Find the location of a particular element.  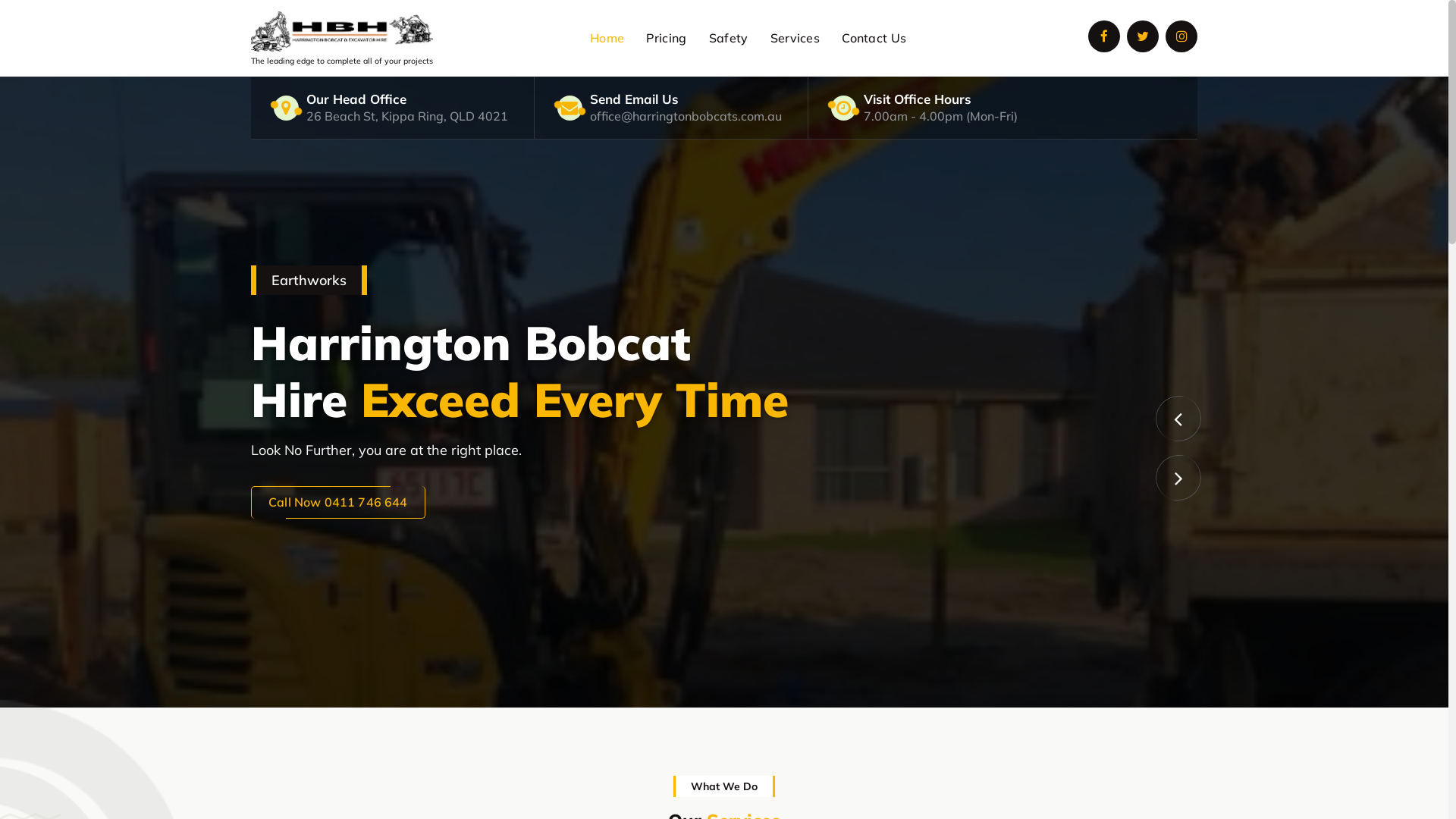

'Contact Us' is located at coordinates (831, 37).